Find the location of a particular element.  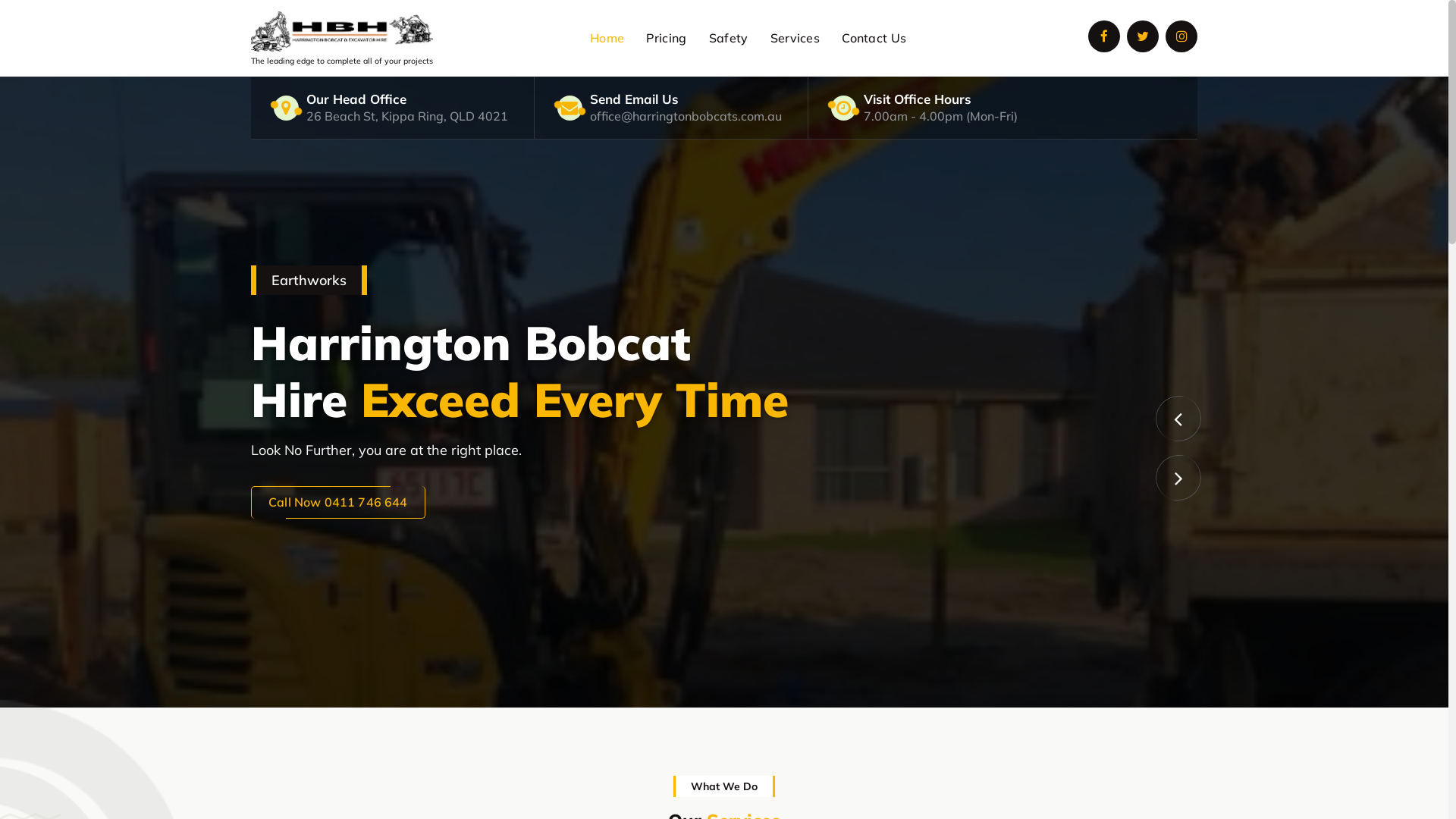

'Contact Us' is located at coordinates (831, 37).